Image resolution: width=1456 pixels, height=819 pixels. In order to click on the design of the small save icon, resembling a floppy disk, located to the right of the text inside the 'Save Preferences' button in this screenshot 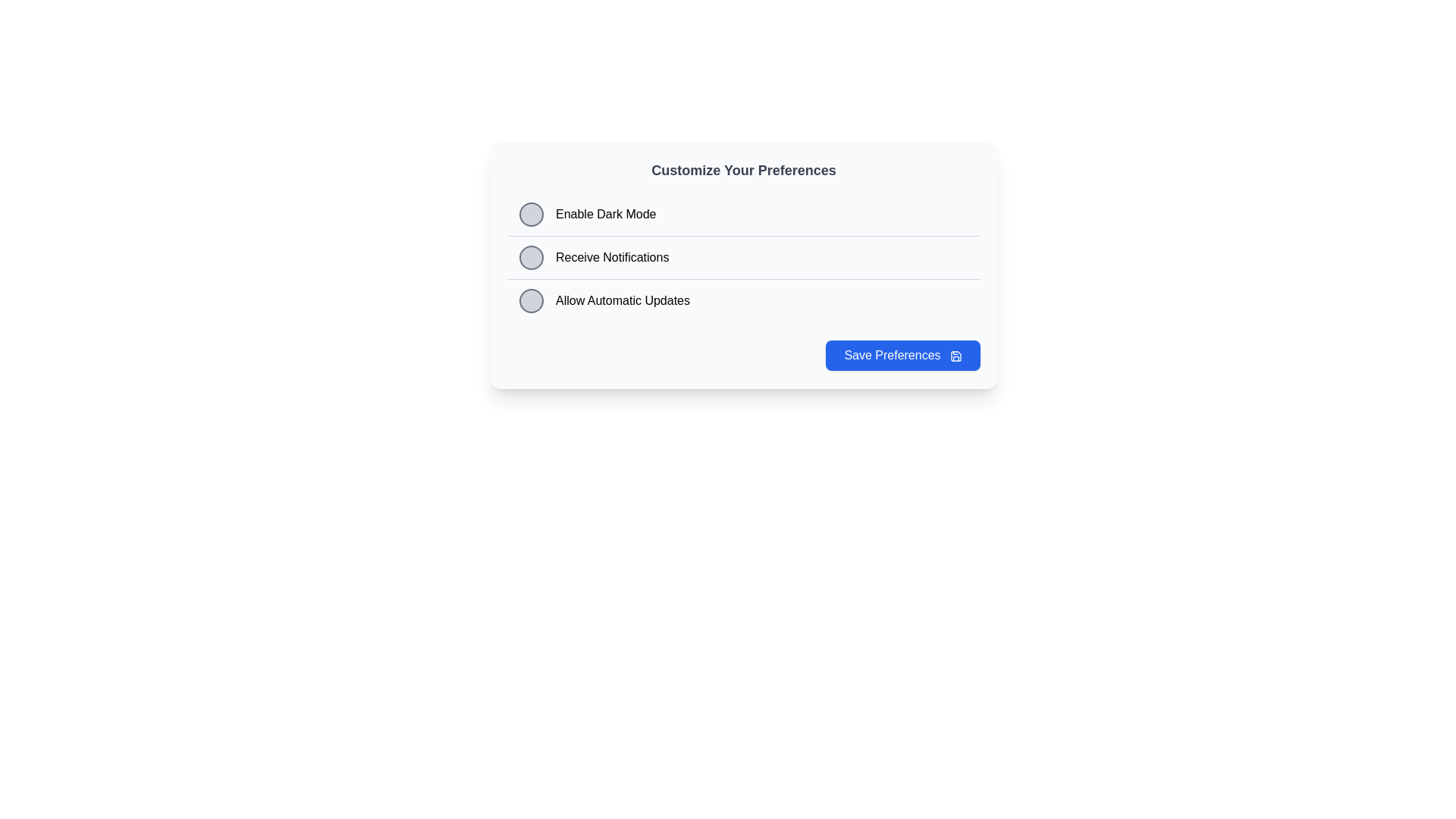, I will do `click(955, 356)`.